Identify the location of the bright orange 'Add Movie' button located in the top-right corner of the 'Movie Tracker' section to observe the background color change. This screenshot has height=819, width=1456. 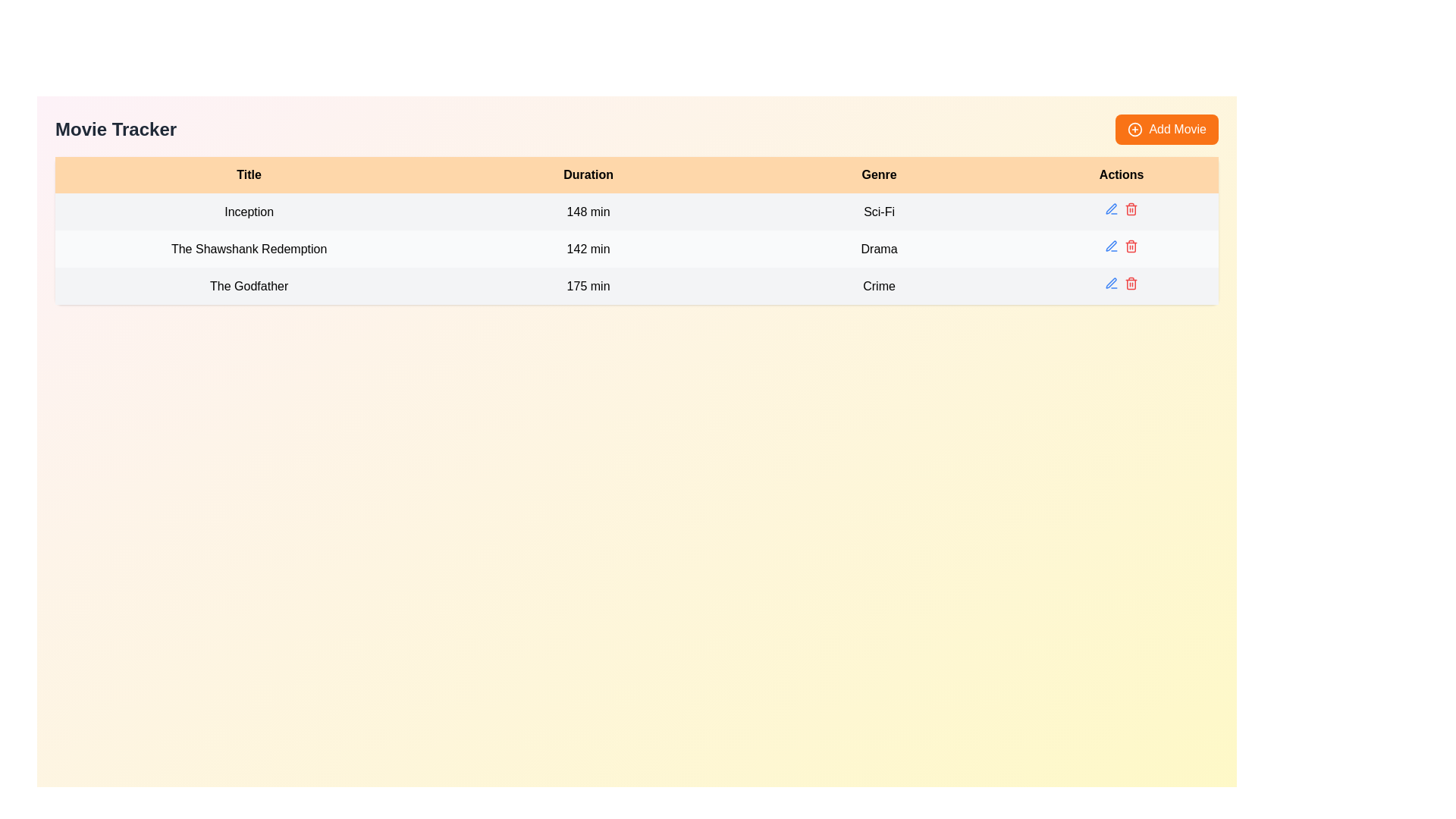
(1166, 128).